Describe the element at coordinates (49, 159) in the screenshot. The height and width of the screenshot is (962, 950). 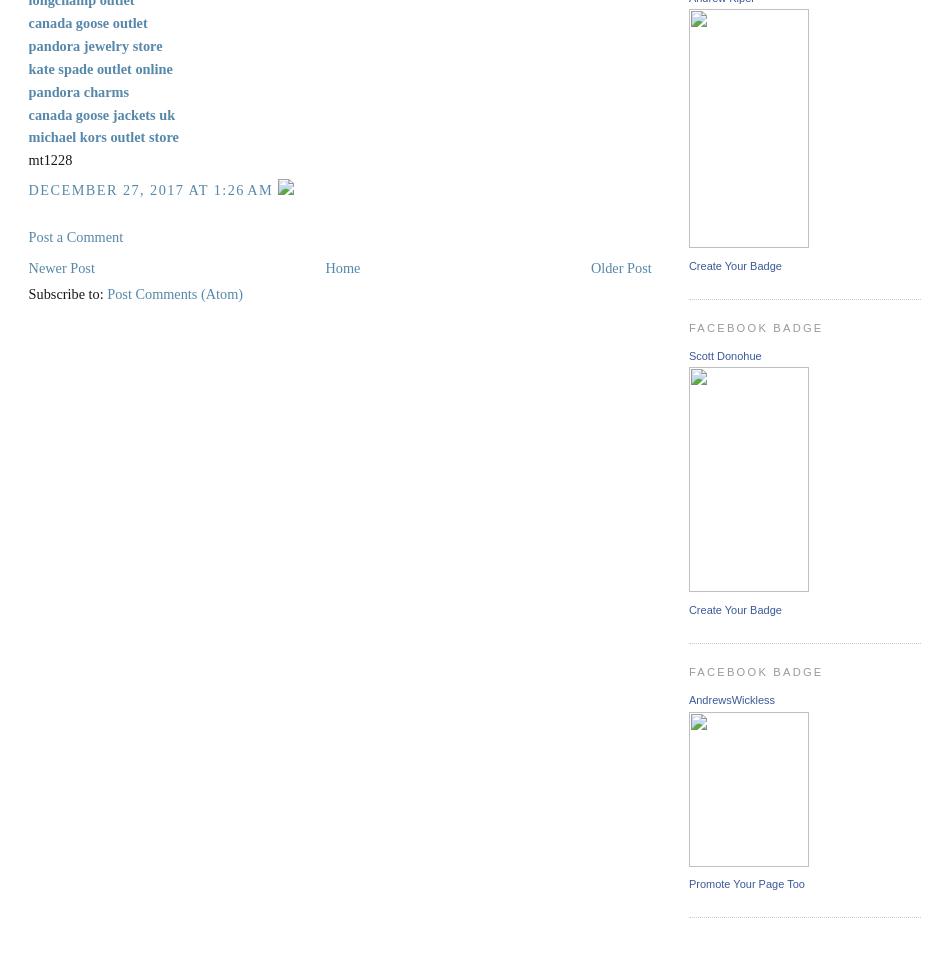
I see `'mt1228'` at that location.